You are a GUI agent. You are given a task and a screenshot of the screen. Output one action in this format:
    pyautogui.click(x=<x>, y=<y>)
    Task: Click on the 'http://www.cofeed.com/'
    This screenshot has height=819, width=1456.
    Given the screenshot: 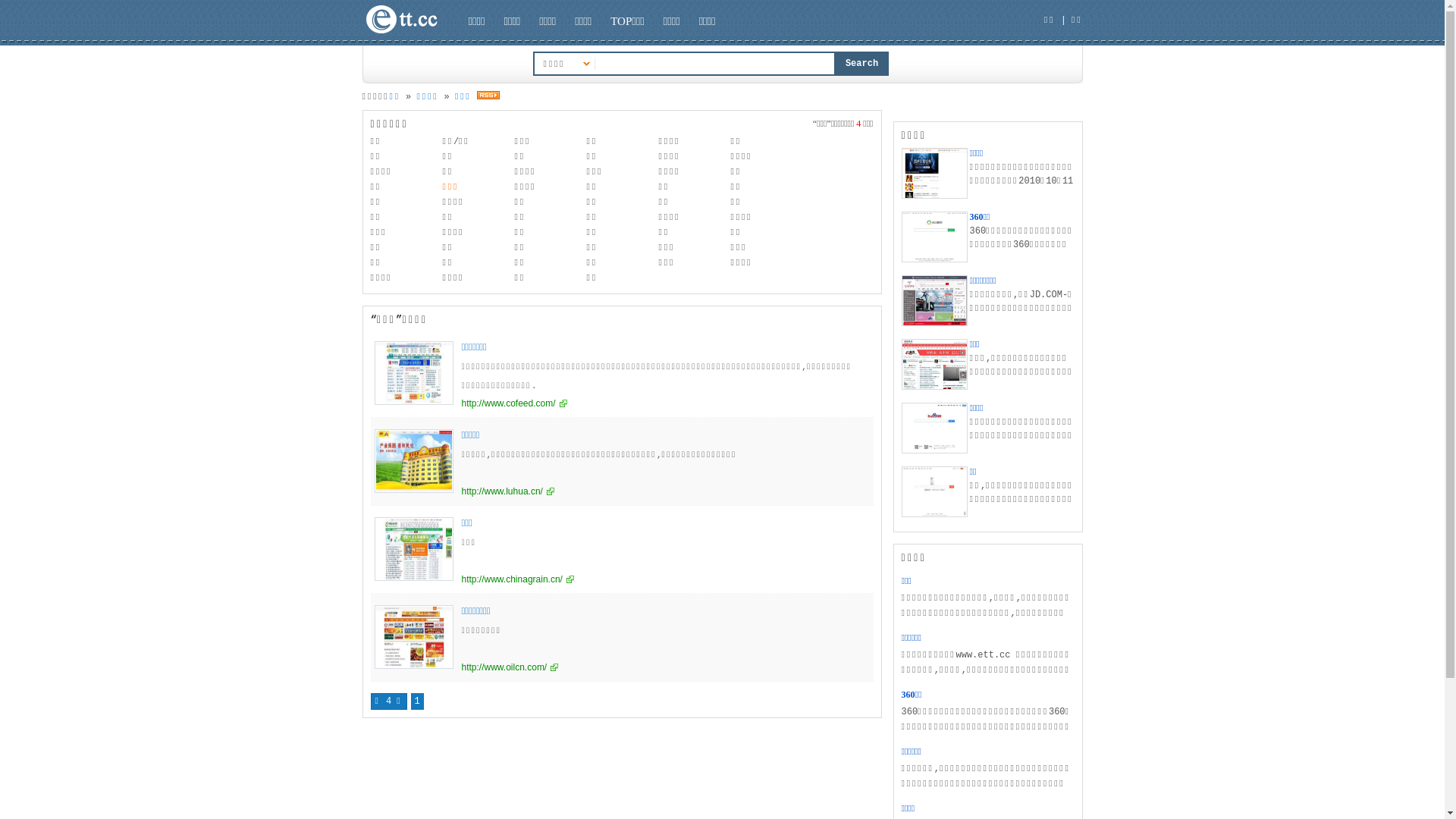 What is the action you would take?
    pyautogui.click(x=460, y=403)
    